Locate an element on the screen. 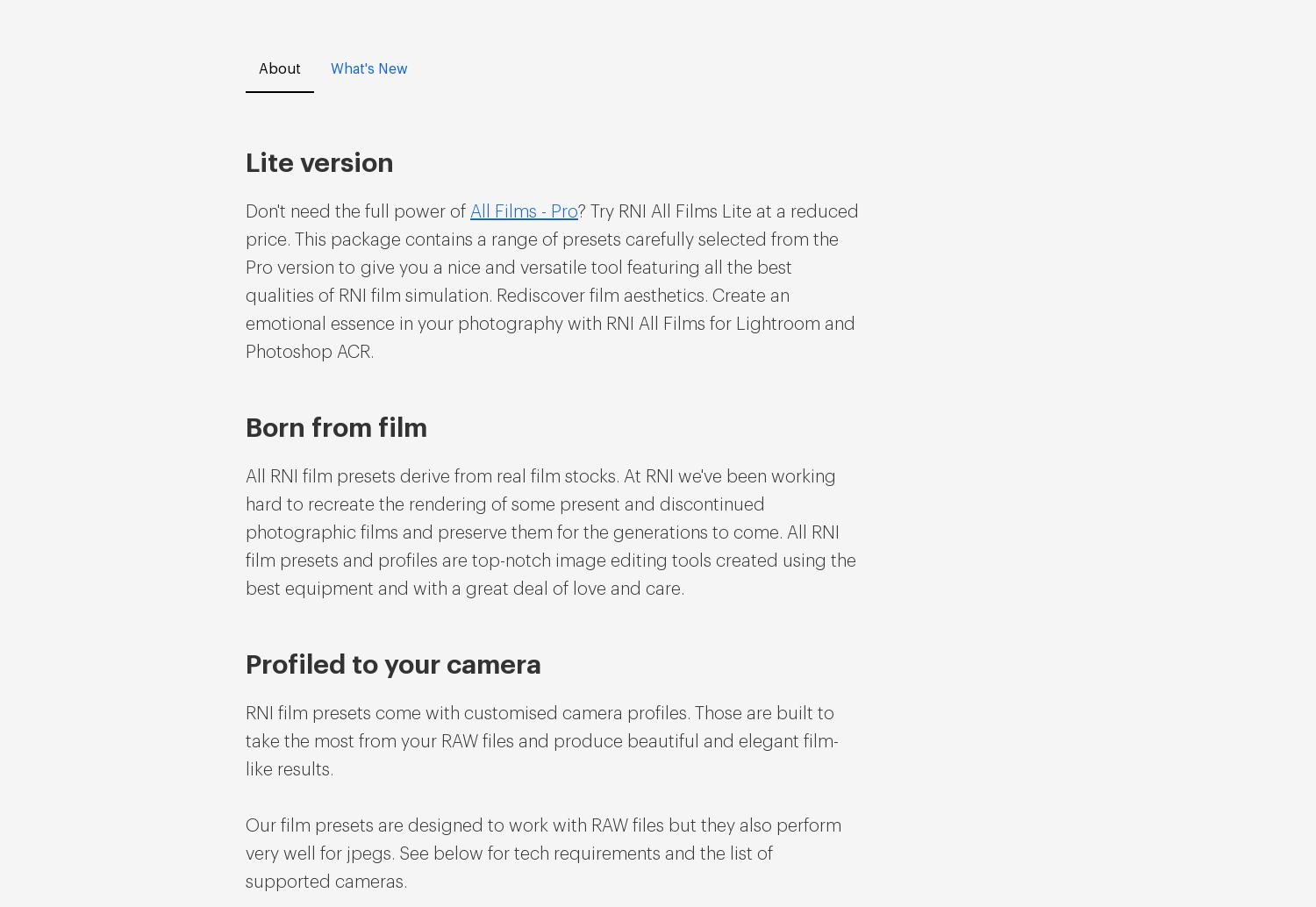  'All Films - Pro' is located at coordinates (469, 211).